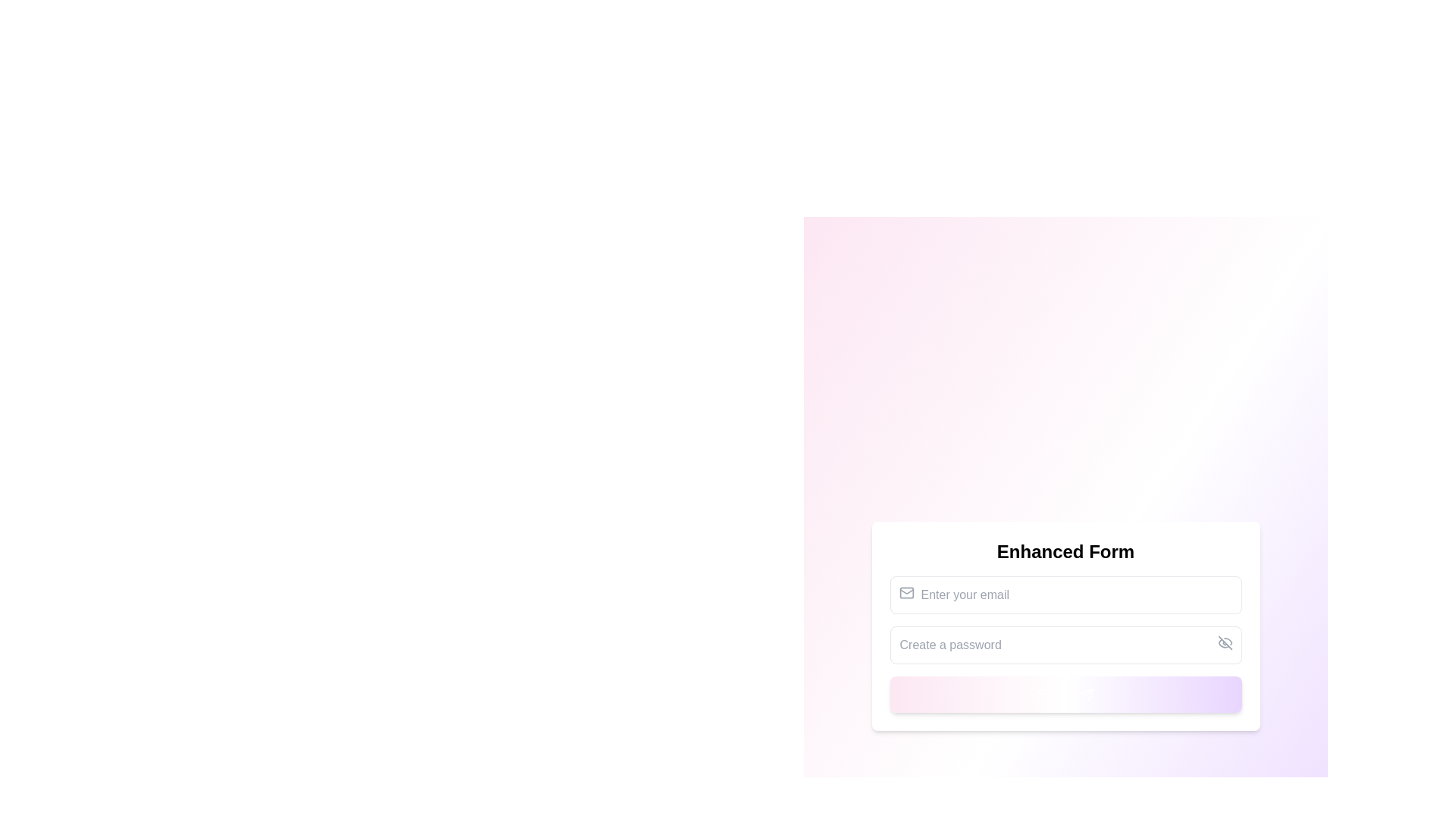 The height and width of the screenshot is (819, 1456). I want to click on the appearance of the paper plane icon within the 'Submit' button located at the bottom of the form section, so click(1087, 694).